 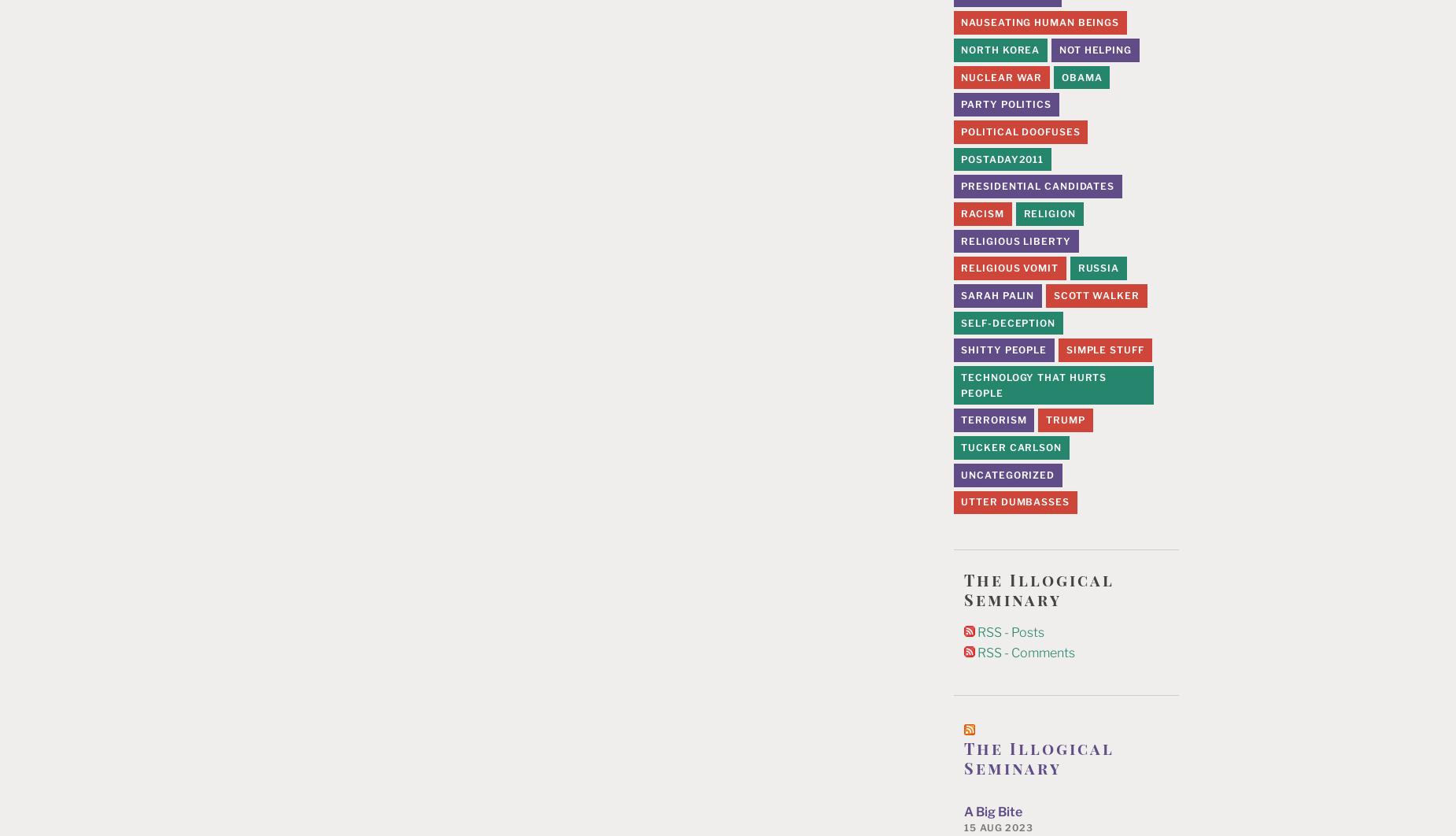 What do you see at coordinates (1000, 76) in the screenshot?
I see `'Nuclear War'` at bounding box center [1000, 76].